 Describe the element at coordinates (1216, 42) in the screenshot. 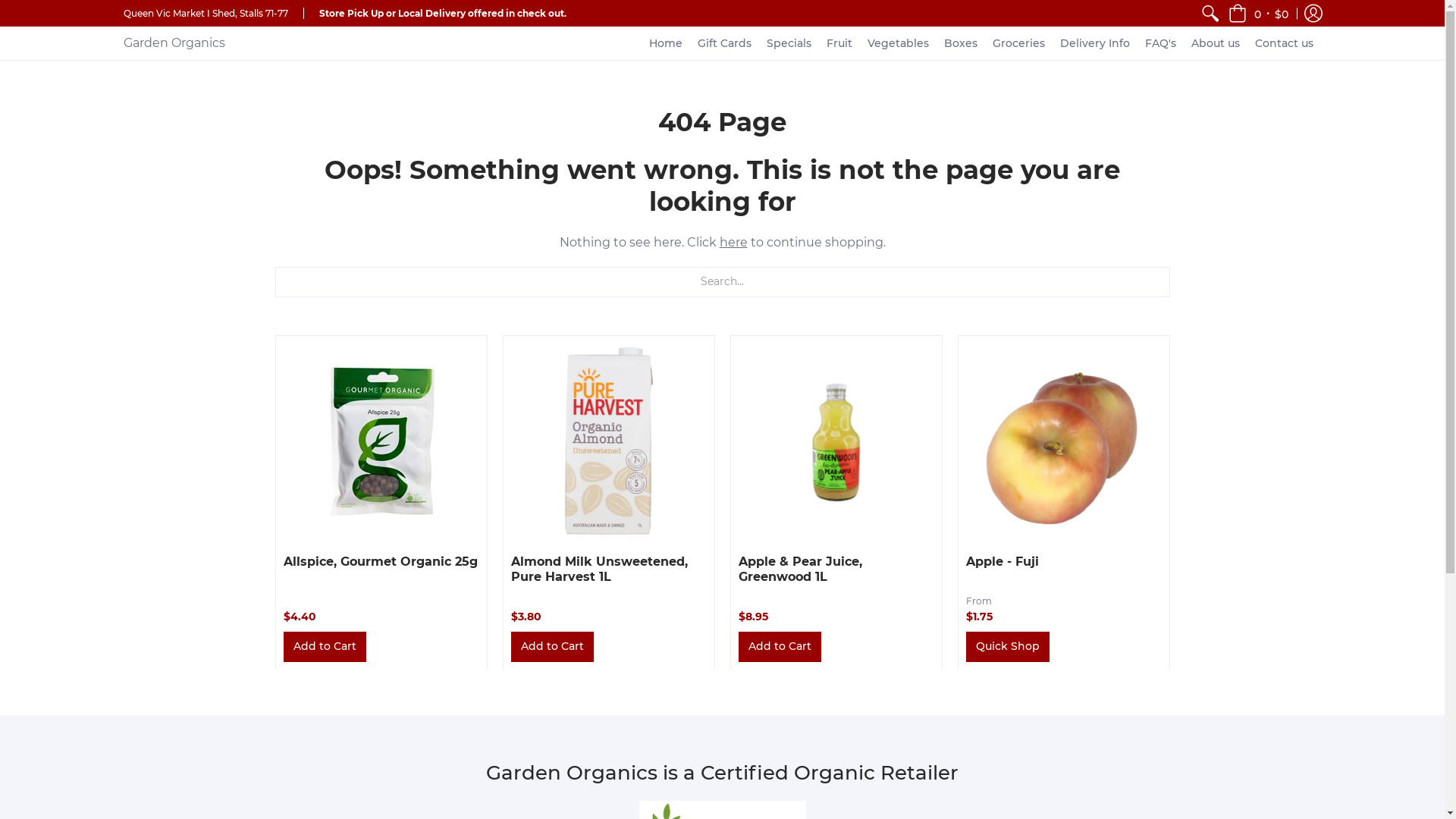

I see `'About us'` at that location.